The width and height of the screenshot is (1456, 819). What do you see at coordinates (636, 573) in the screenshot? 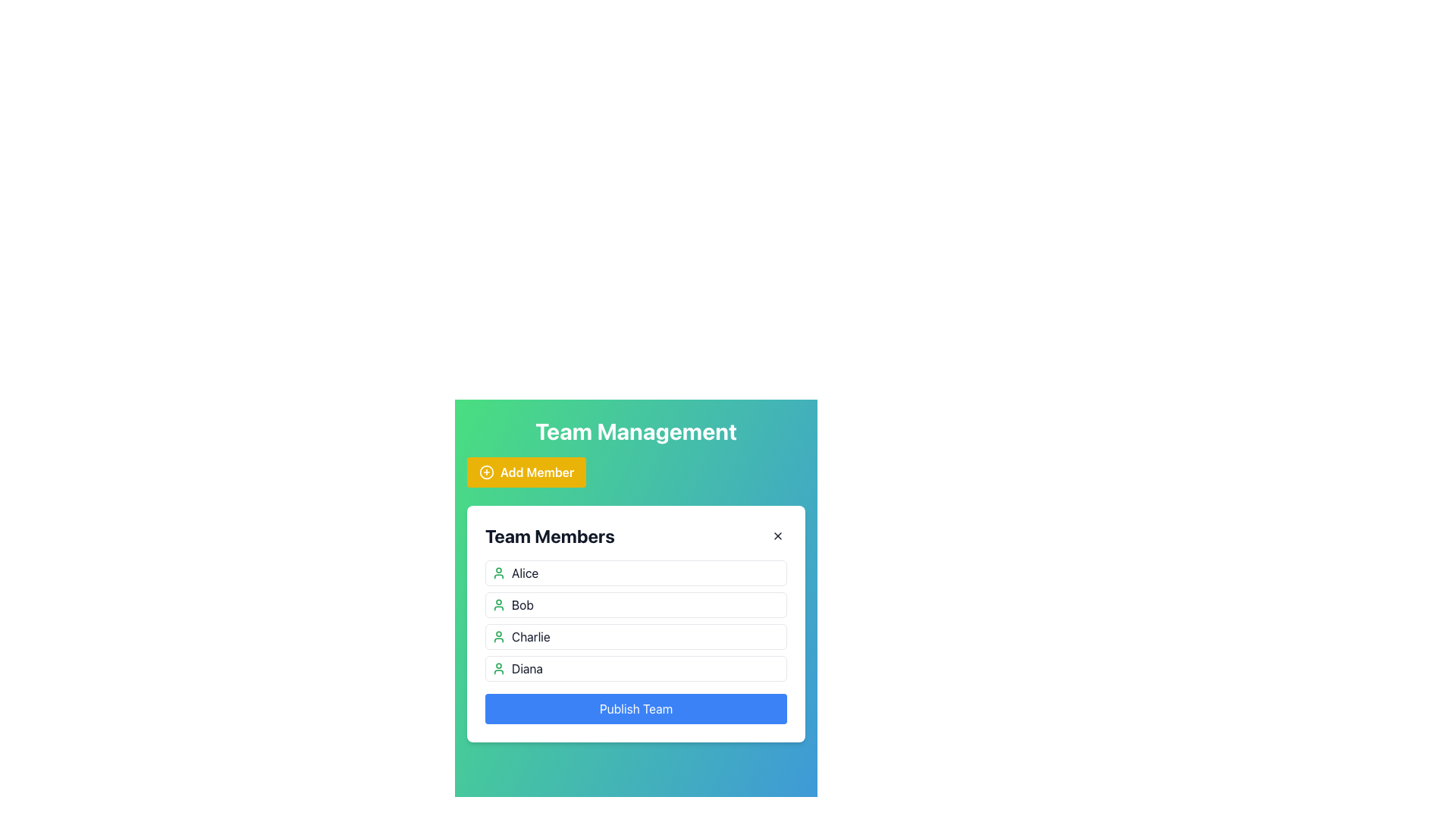
I see `on the list item representing team member 'Alice' in the 'Team Members' list` at bounding box center [636, 573].